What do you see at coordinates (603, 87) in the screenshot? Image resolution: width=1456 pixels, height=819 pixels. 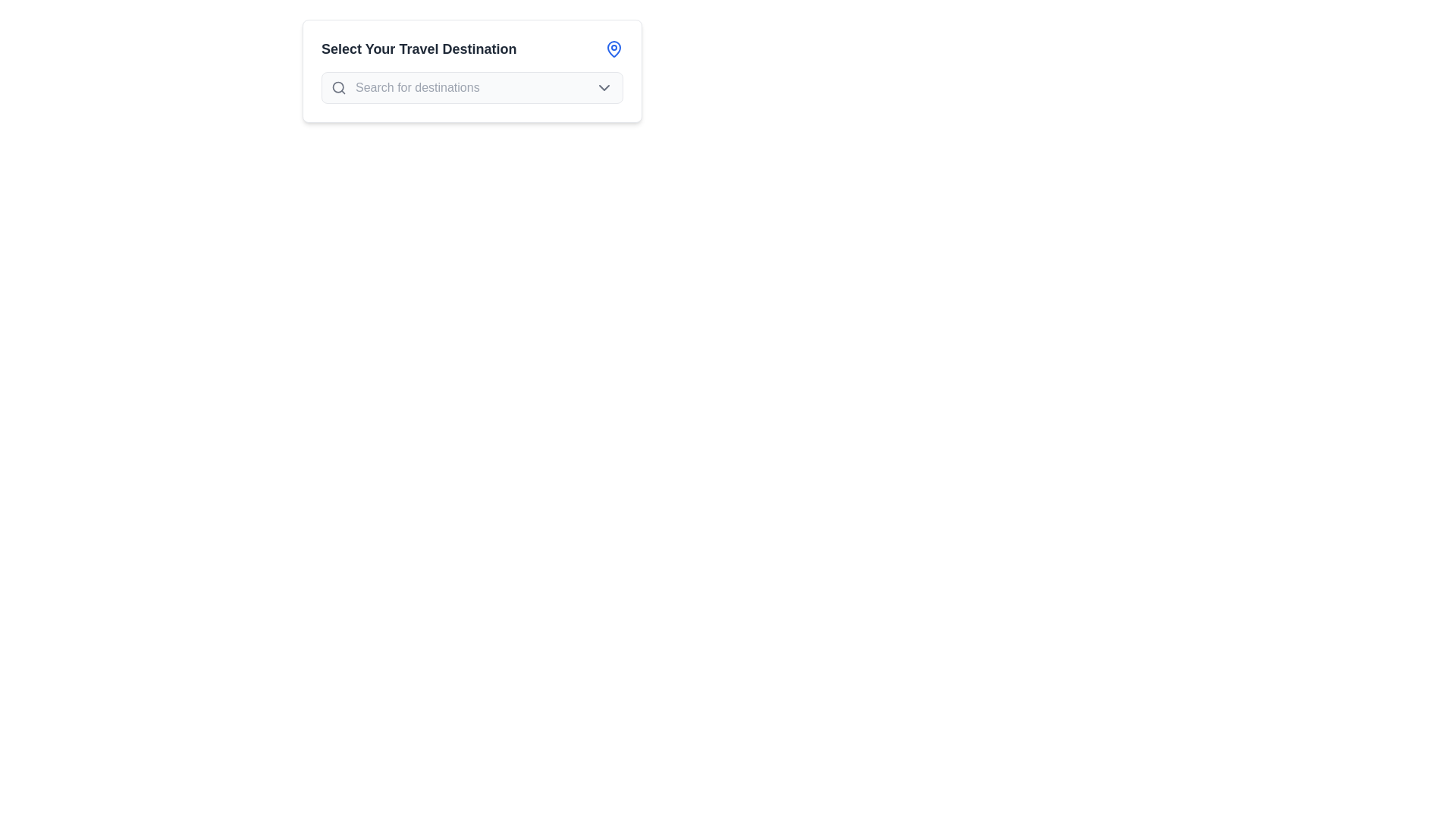 I see `the SVG icon representing the dropdown indicator for the collapsible dropdown menu in the search bar` at bounding box center [603, 87].